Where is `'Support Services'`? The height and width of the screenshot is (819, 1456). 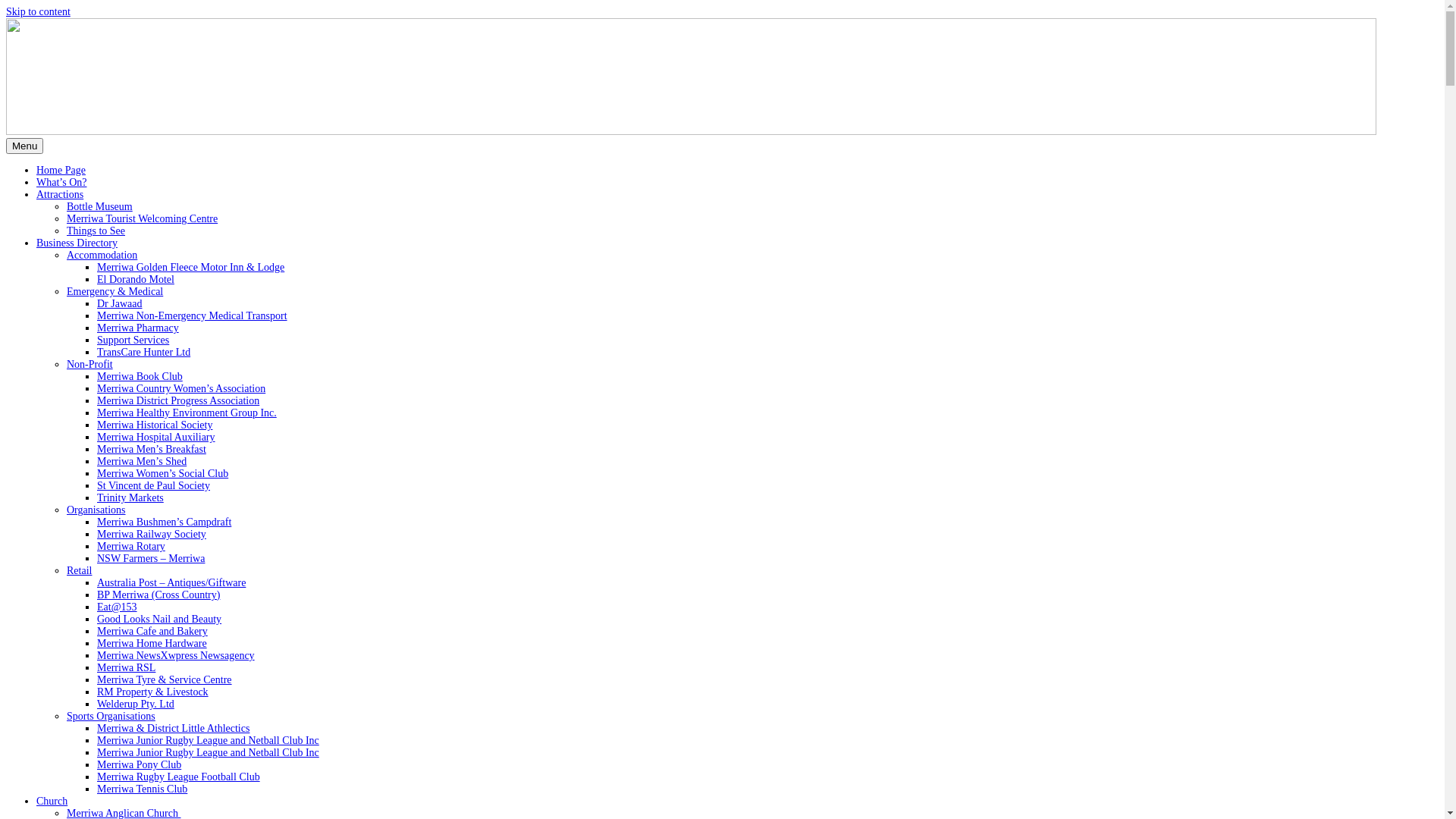 'Support Services' is located at coordinates (96, 339).